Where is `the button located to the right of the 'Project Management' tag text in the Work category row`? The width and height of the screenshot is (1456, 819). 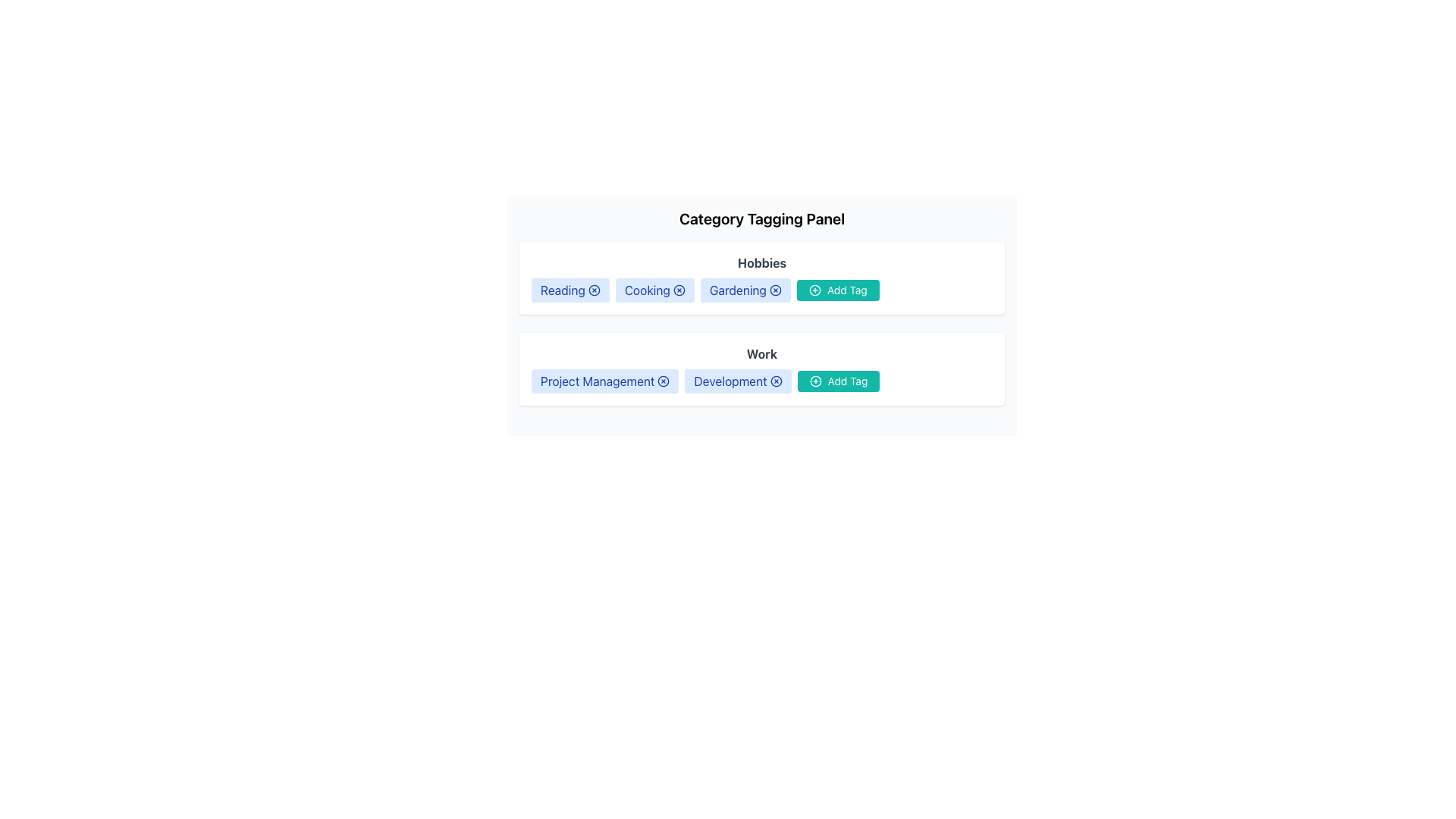 the button located to the right of the 'Project Management' tag text in the Work category row is located at coordinates (664, 380).